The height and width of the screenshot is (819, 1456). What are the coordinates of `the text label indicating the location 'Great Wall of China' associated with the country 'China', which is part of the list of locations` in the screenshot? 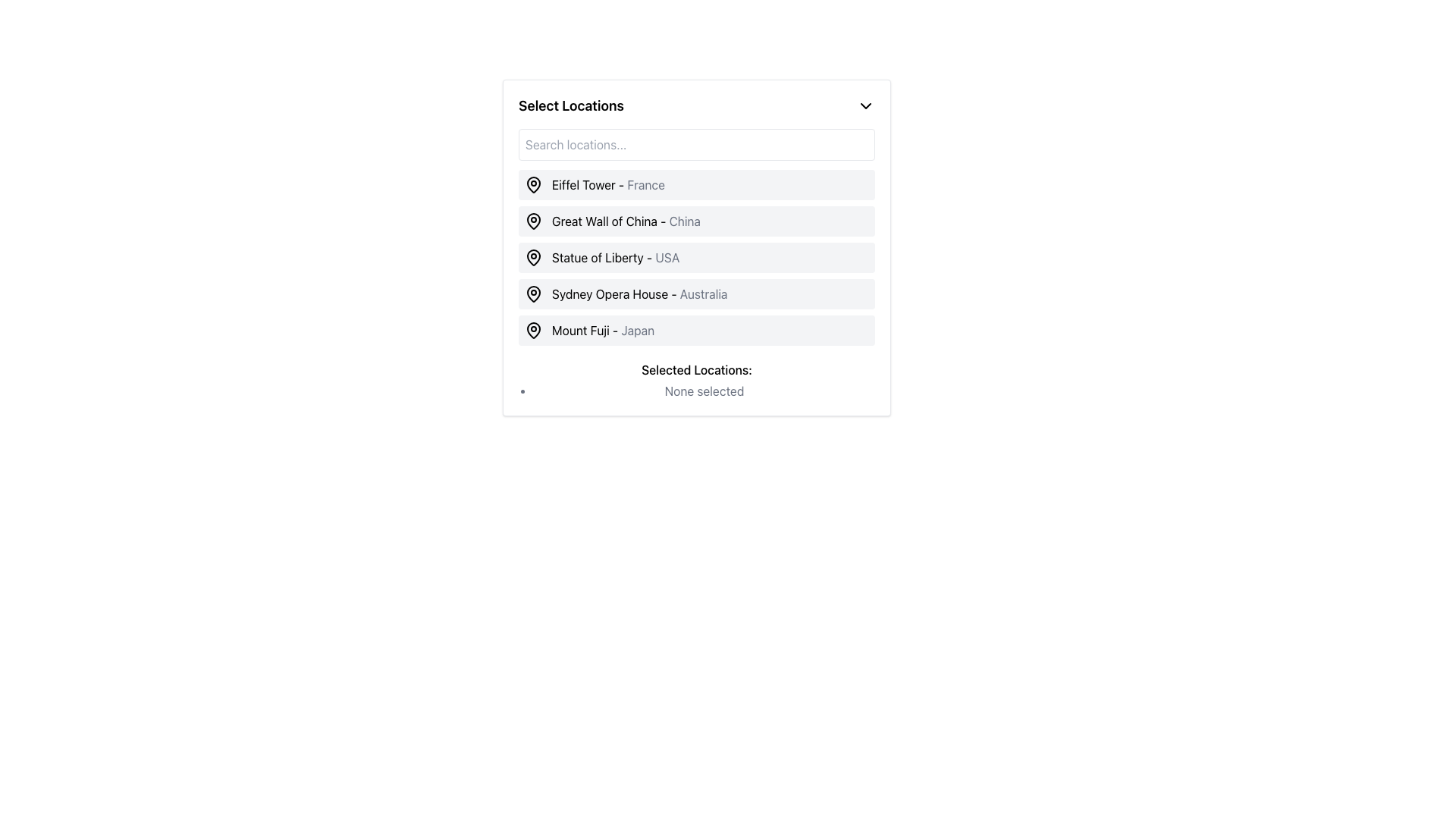 It's located at (684, 221).